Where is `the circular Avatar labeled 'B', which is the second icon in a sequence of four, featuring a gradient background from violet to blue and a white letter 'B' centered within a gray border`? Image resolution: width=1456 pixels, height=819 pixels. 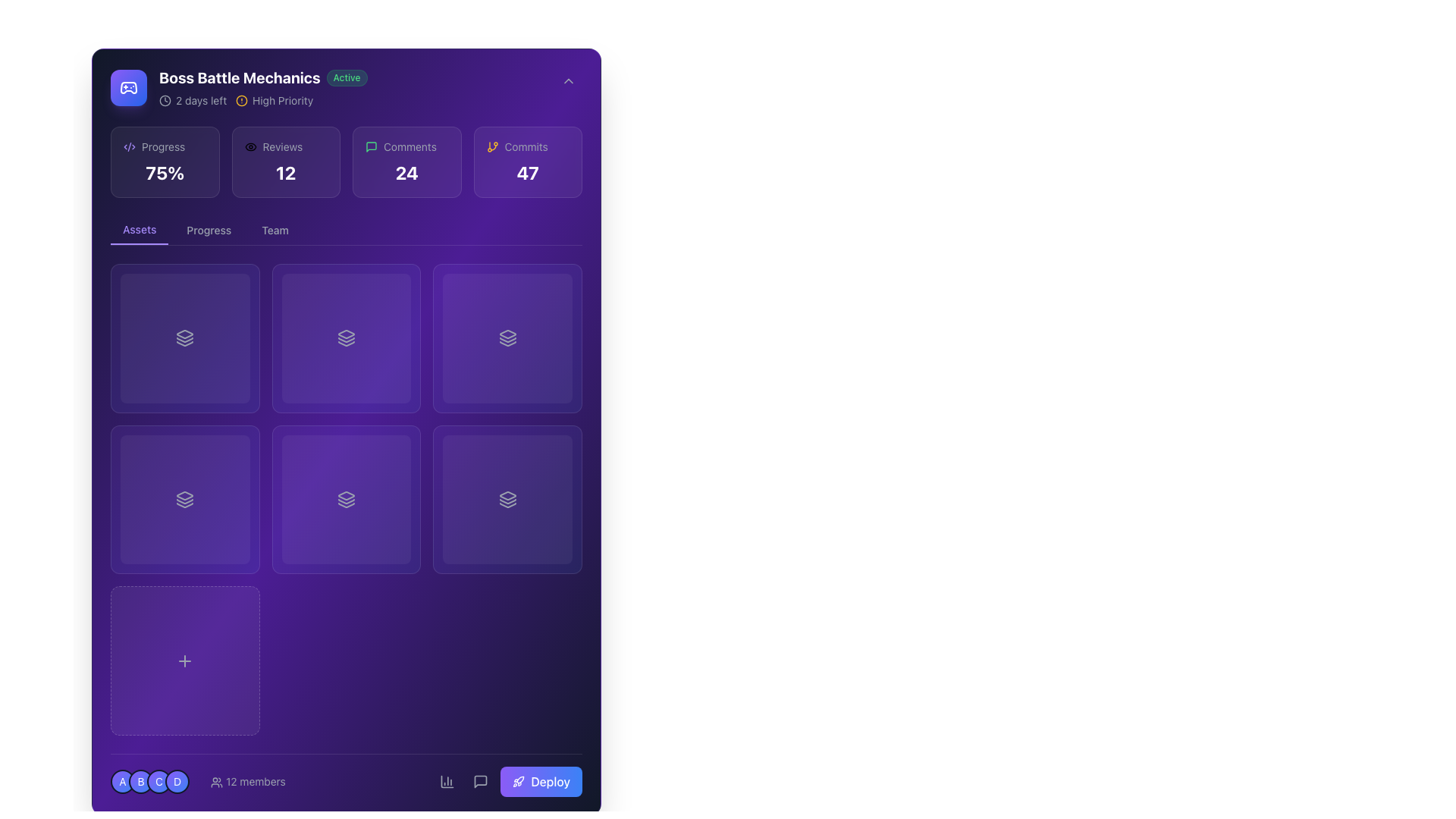
the circular Avatar labeled 'B', which is the second icon in a sequence of four, featuring a gradient background from violet to blue and a white letter 'B' centered within a gray border is located at coordinates (141, 781).